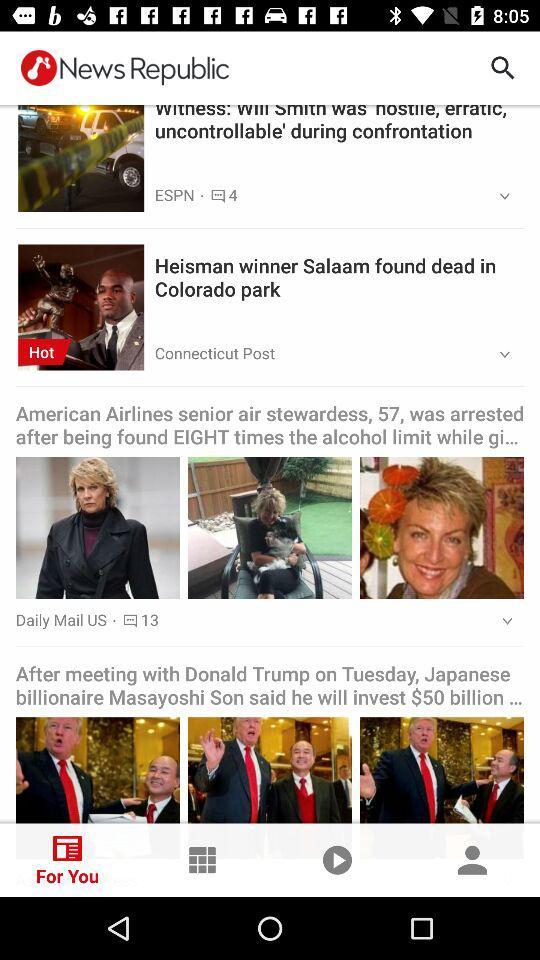 The image size is (540, 960). I want to click on the first image on the web page, so click(80, 147).